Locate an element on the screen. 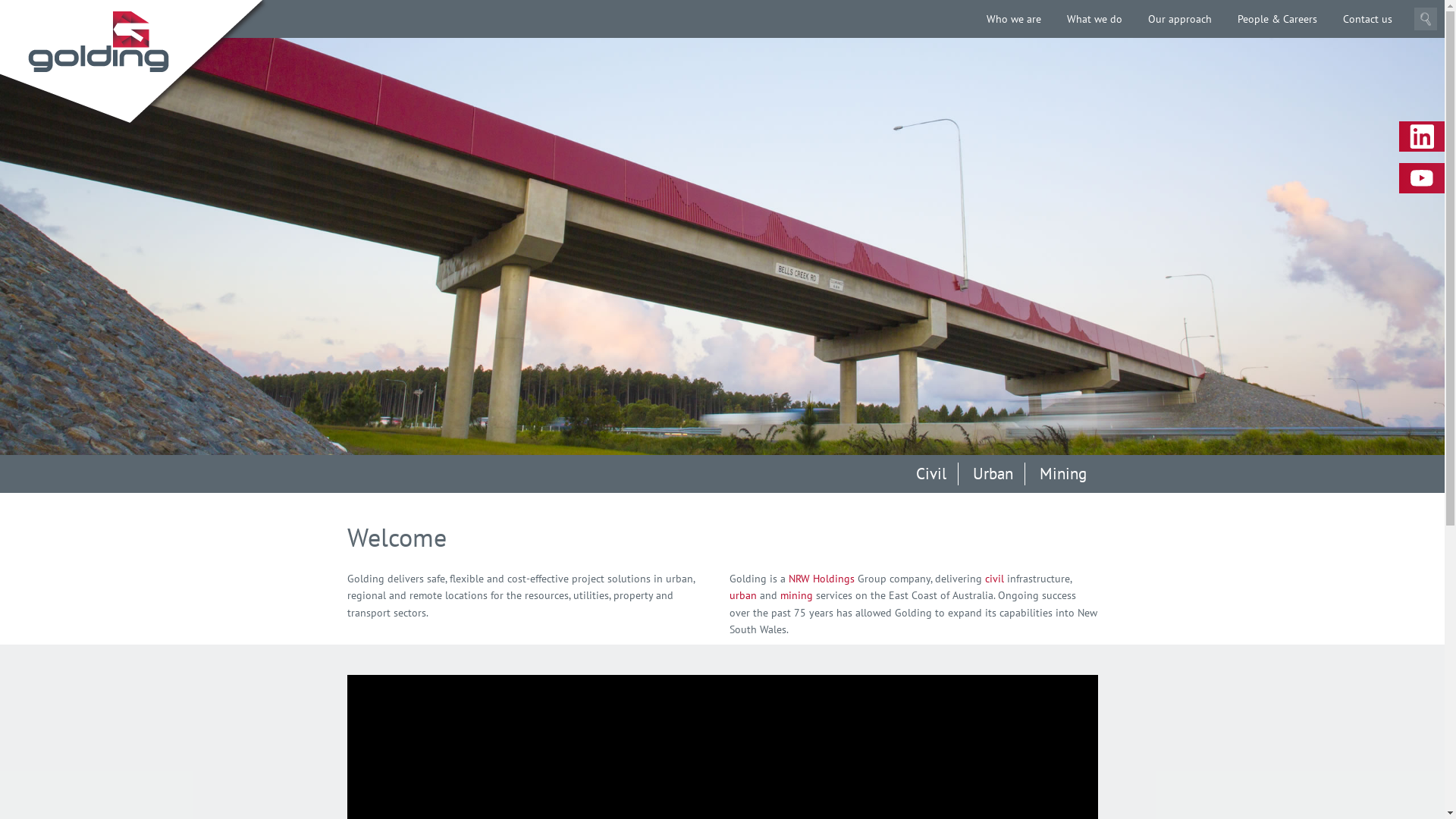 This screenshot has height=819, width=1456. 'civil' is located at coordinates (994, 579).